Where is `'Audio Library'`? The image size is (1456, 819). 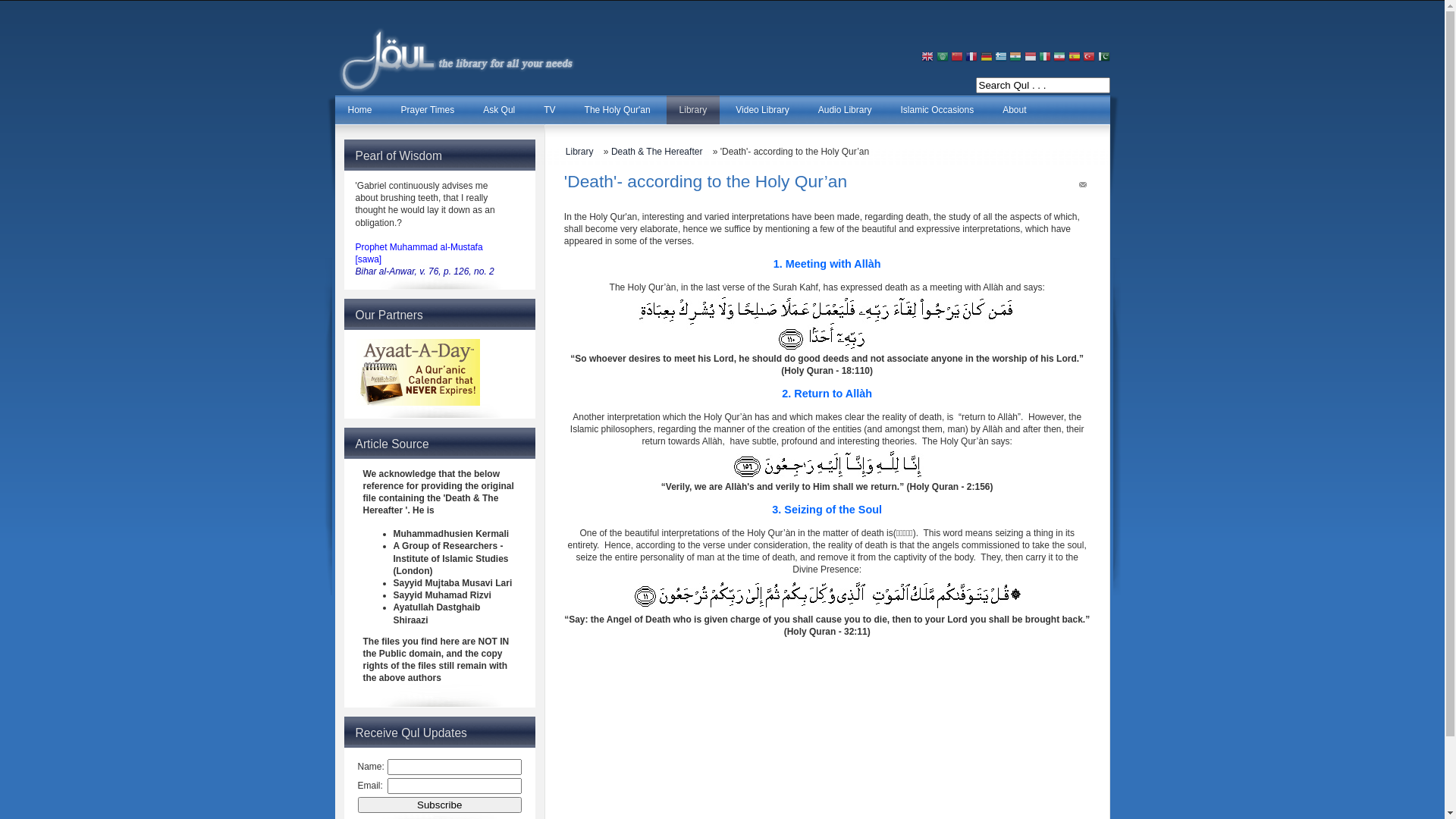 'Audio Library' is located at coordinates (844, 109).